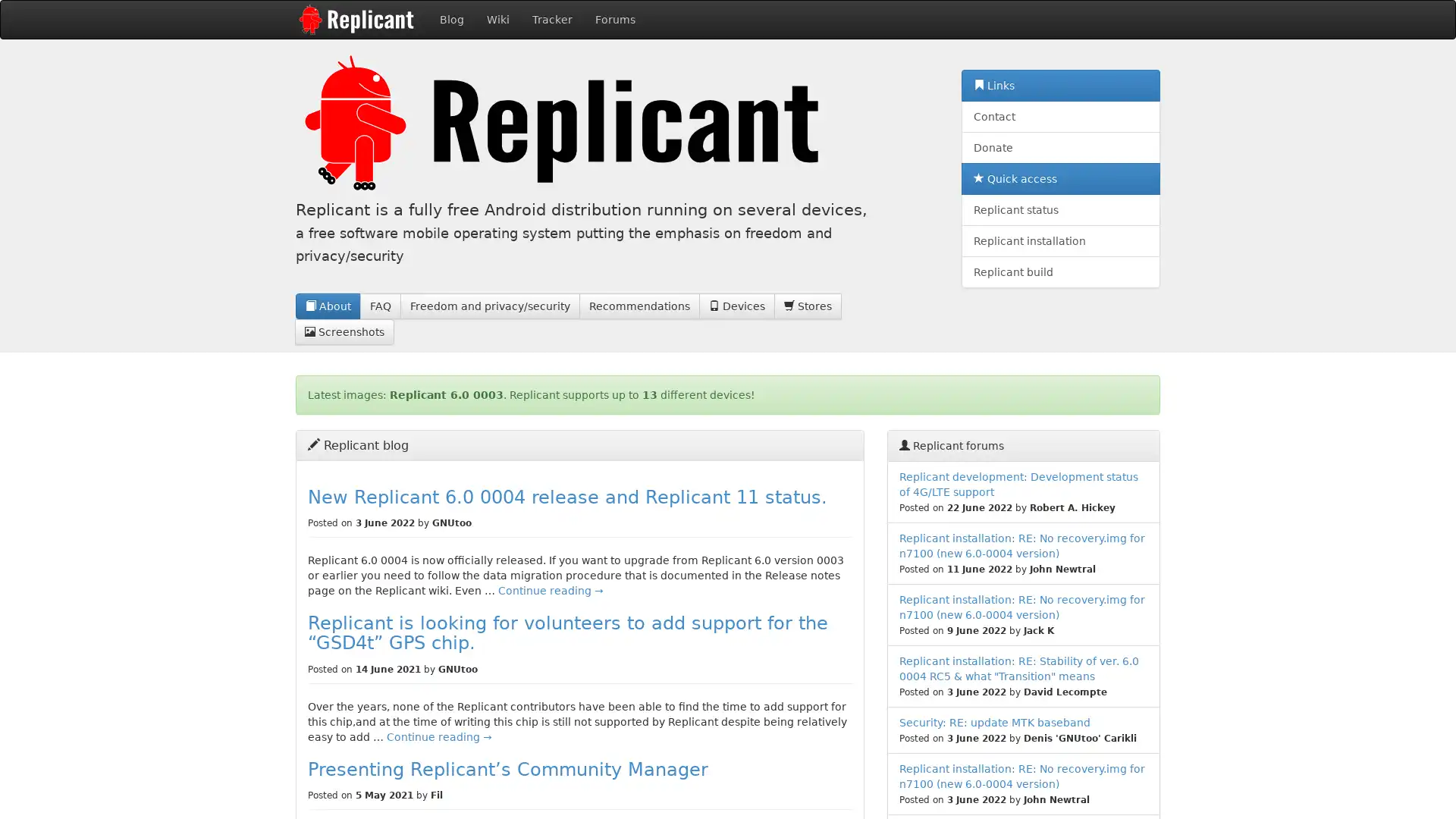  What do you see at coordinates (344, 331) in the screenshot?
I see `Screenshots` at bounding box center [344, 331].